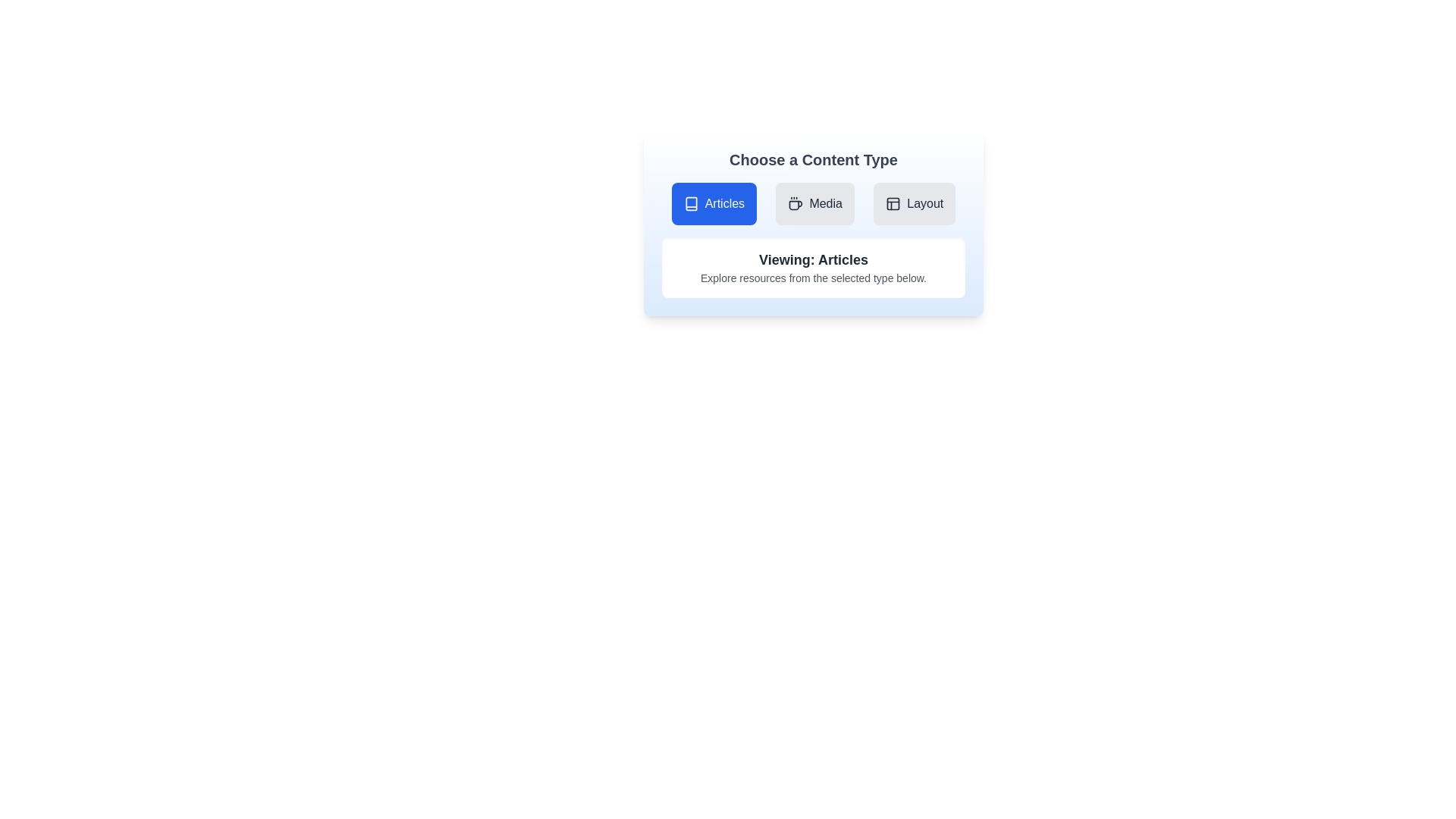 Image resolution: width=1456 pixels, height=819 pixels. Describe the element at coordinates (690, 203) in the screenshot. I see `the graphical icon within the button labeled 'Articles'` at that location.